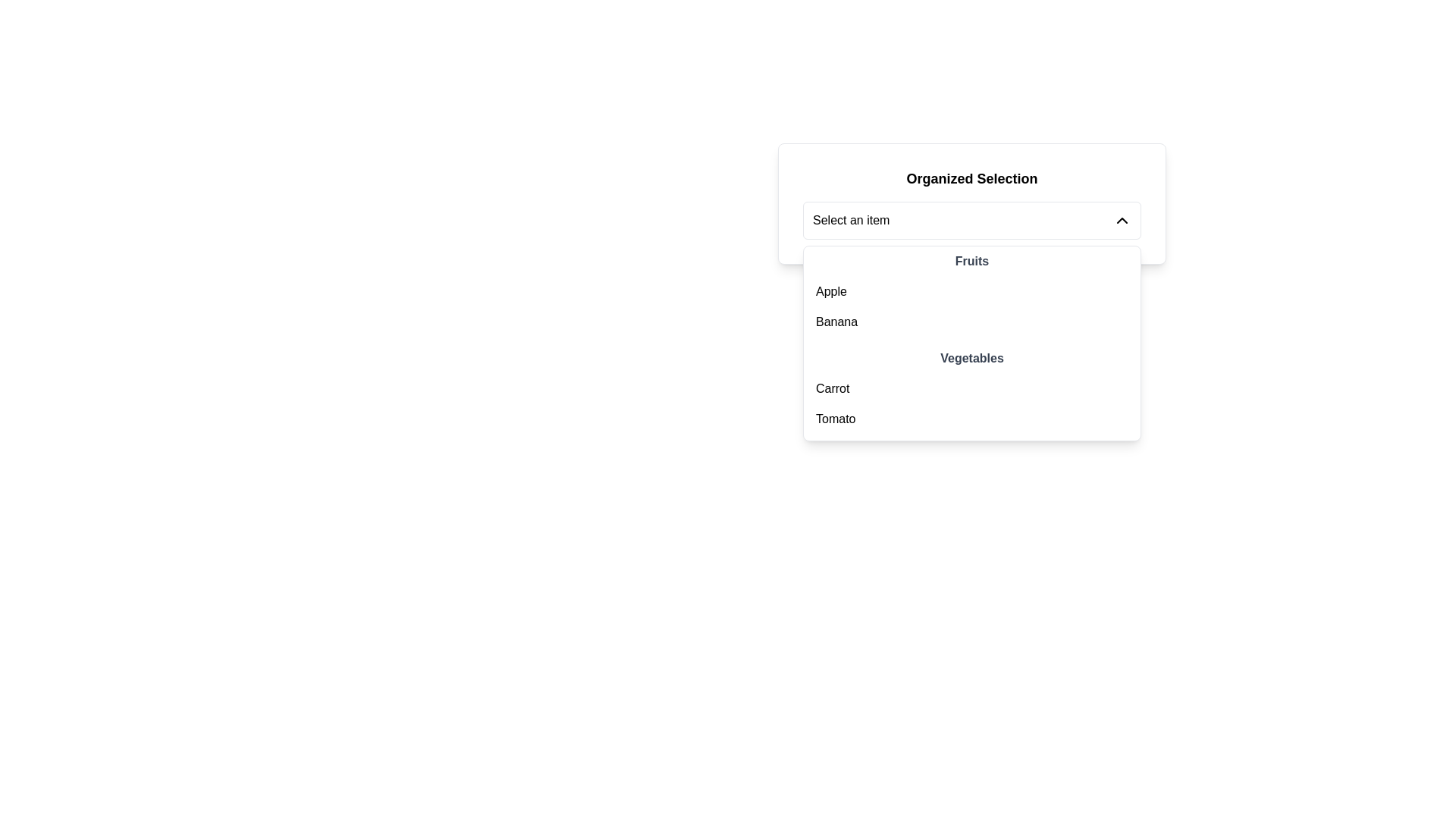 The height and width of the screenshot is (819, 1456). Describe the element at coordinates (1122, 220) in the screenshot. I see `the Dropdown icon (chevron) located on the far right of the 'Organized Selection' dropdown field` at that location.